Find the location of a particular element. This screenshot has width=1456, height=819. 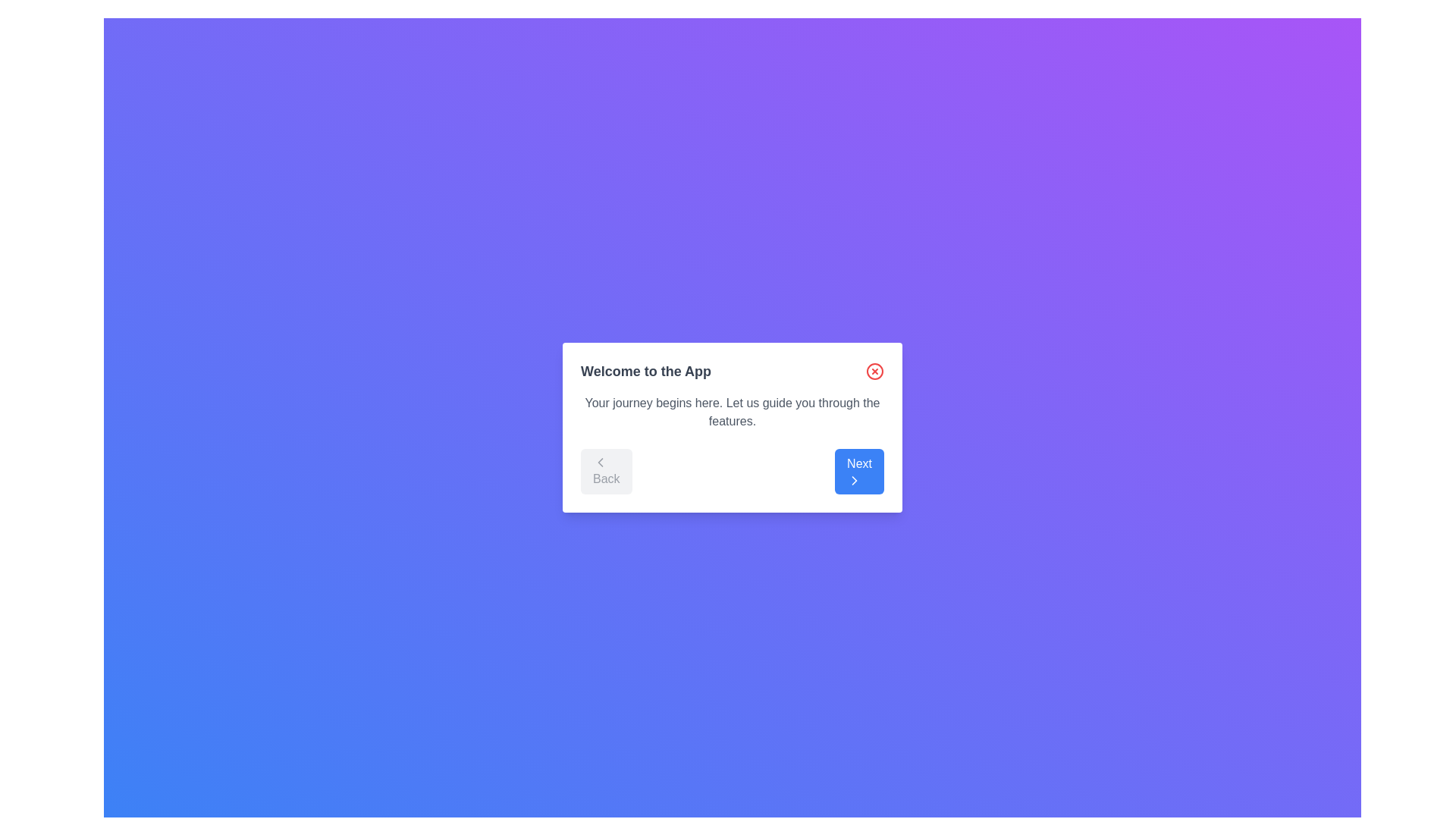

the 'Back' button with a gray background and rounded corners, located on the left side of the dialog box is located at coordinates (605, 470).